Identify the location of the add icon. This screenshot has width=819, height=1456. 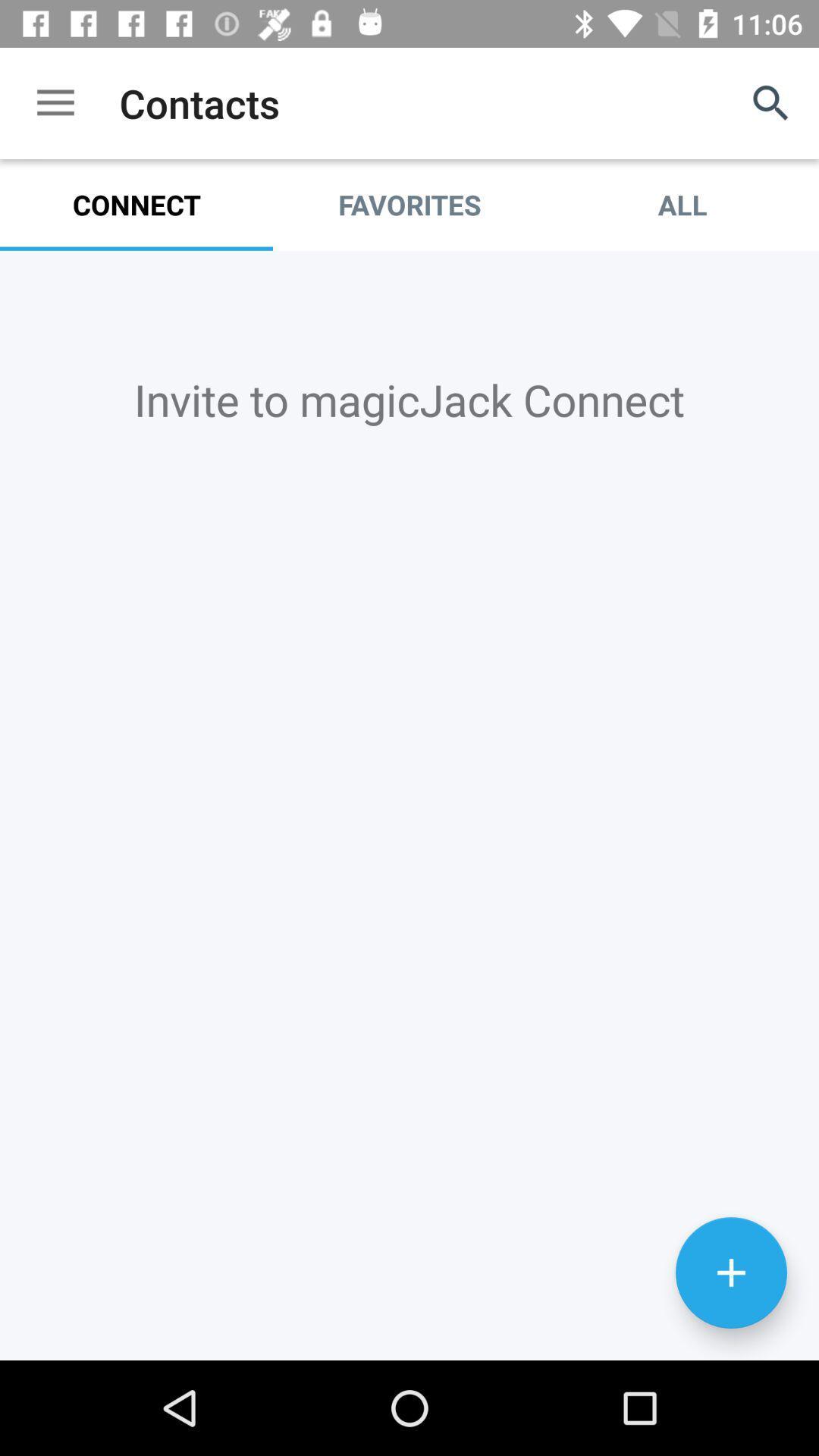
(730, 1362).